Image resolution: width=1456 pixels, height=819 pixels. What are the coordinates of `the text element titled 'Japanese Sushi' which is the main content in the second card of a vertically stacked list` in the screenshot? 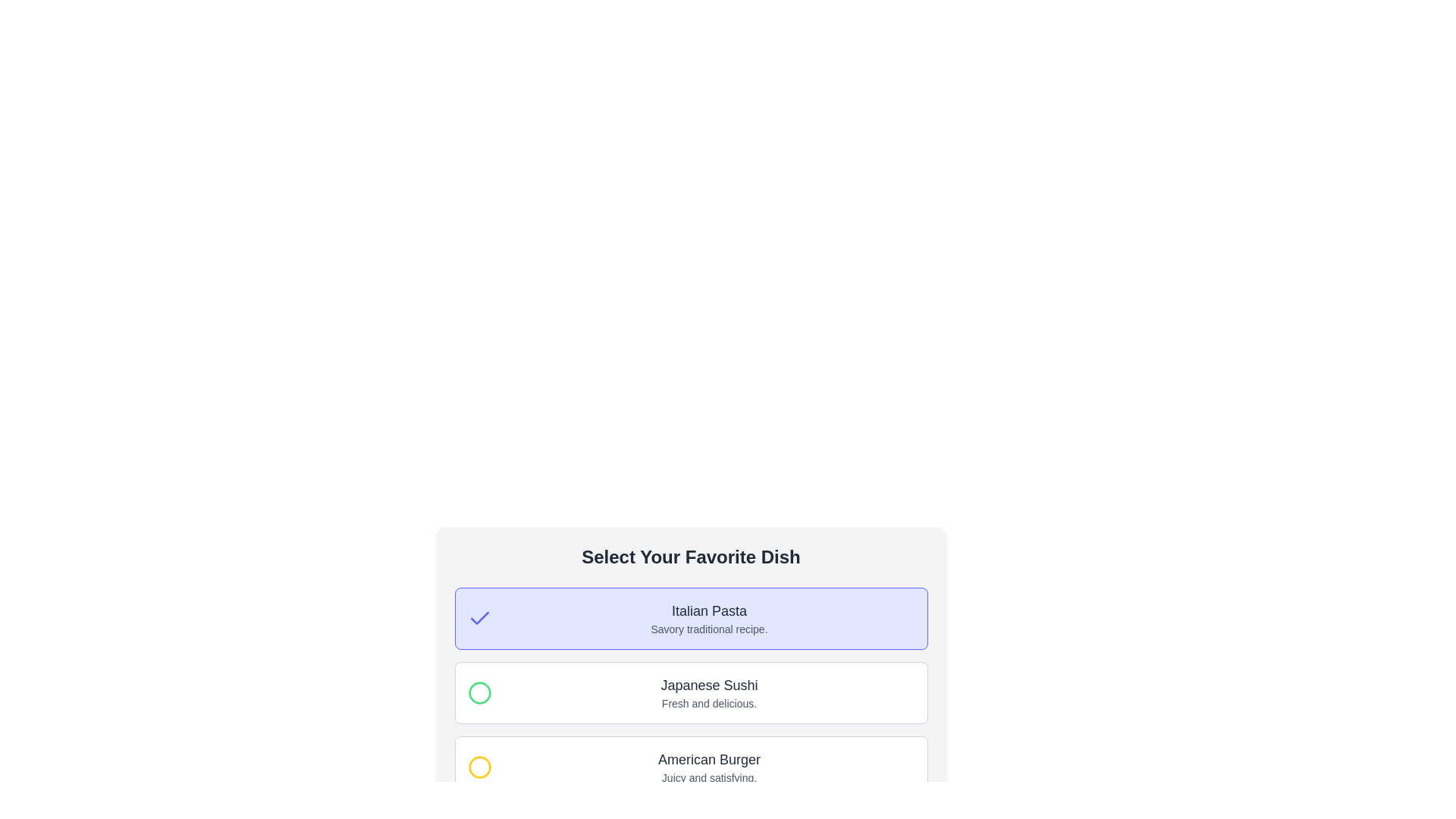 It's located at (708, 693).